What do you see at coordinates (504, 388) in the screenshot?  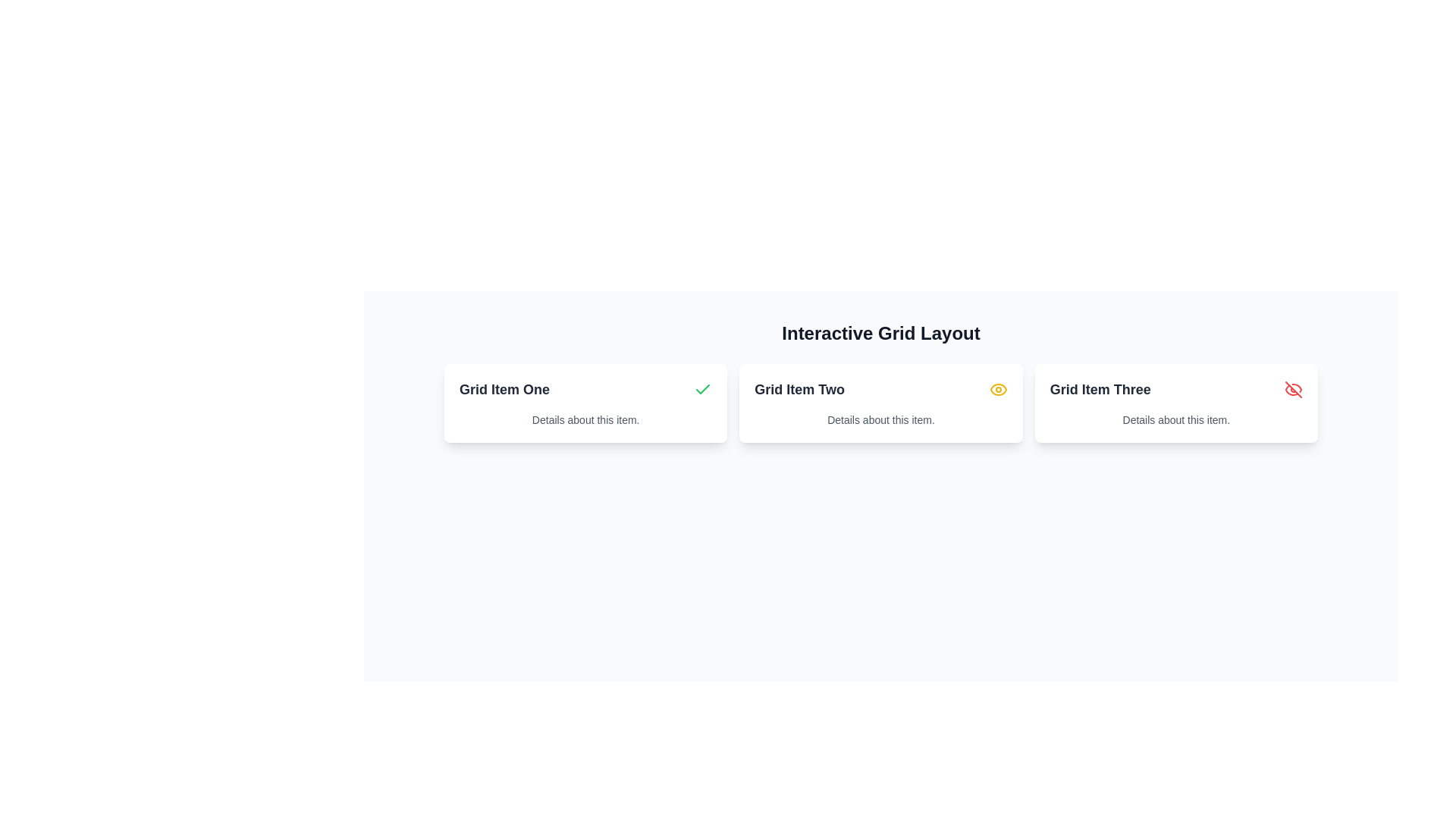 I see `the text label that represents the title of the first grid item, located to the left of a green check icon and above a description text` at bounding box center [504, 388].